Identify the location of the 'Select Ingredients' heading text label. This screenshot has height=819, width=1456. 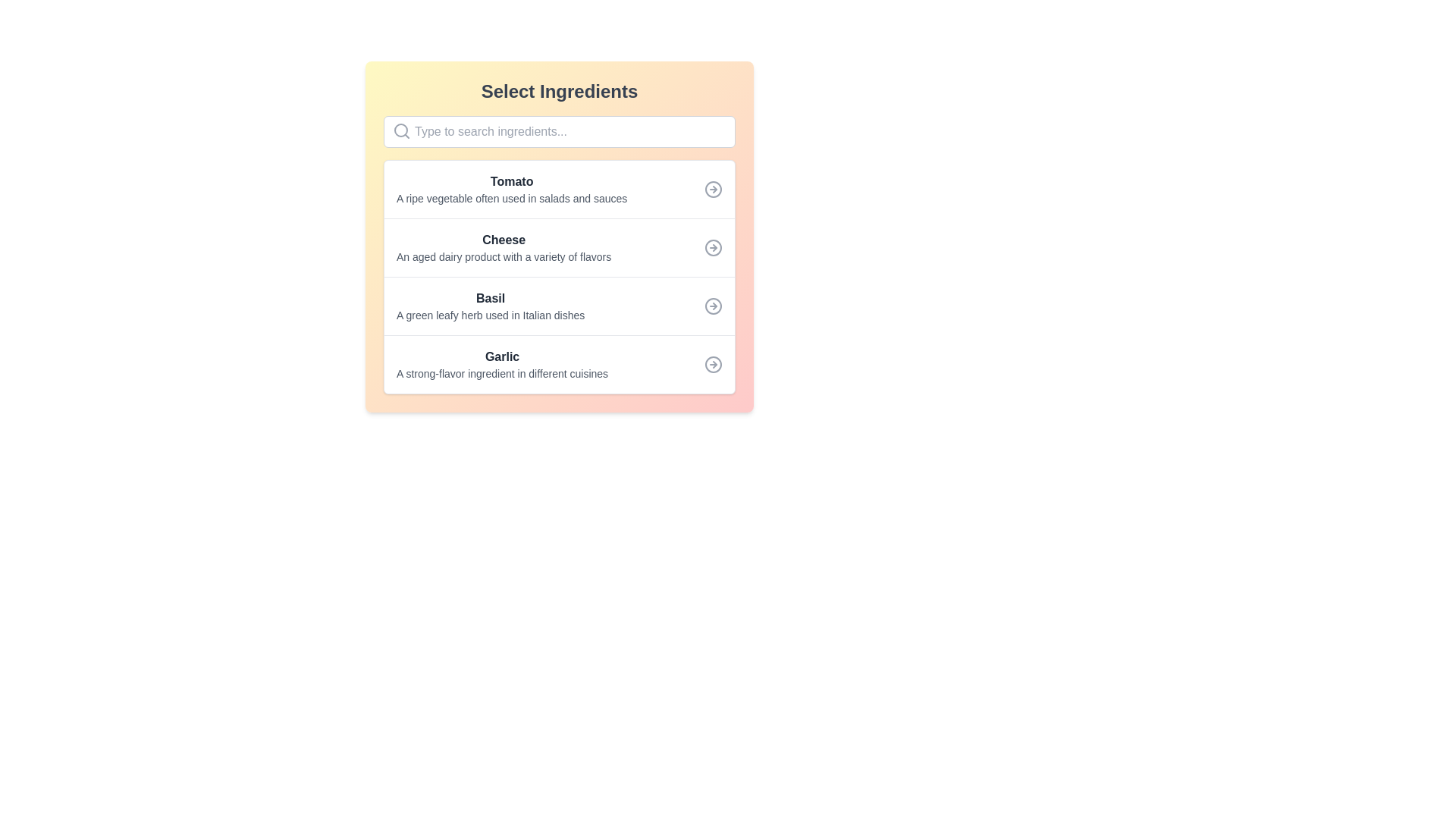
(559, 91).